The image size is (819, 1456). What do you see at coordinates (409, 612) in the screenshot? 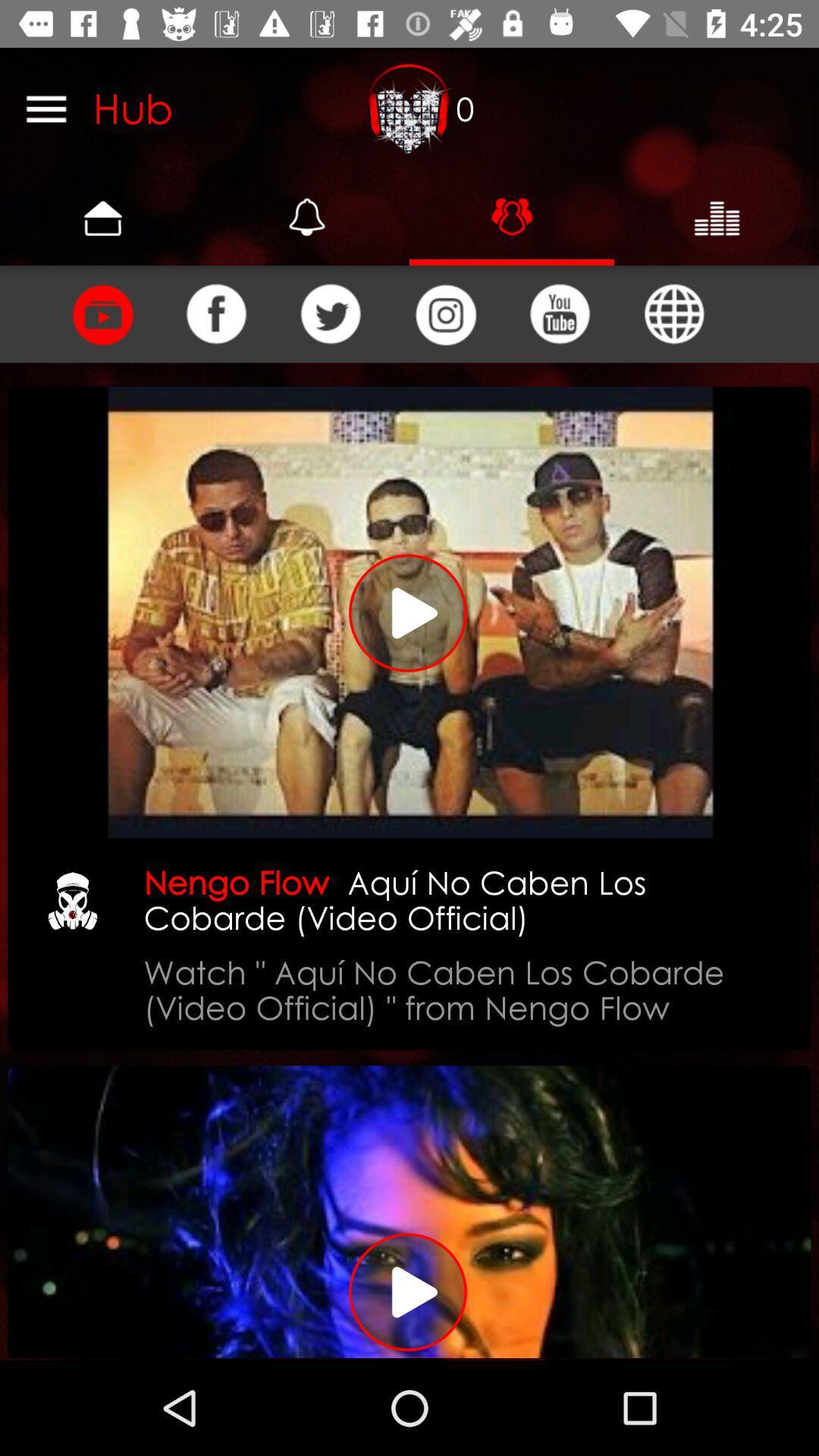
I see `video play button` at bounding box center [409, 612].